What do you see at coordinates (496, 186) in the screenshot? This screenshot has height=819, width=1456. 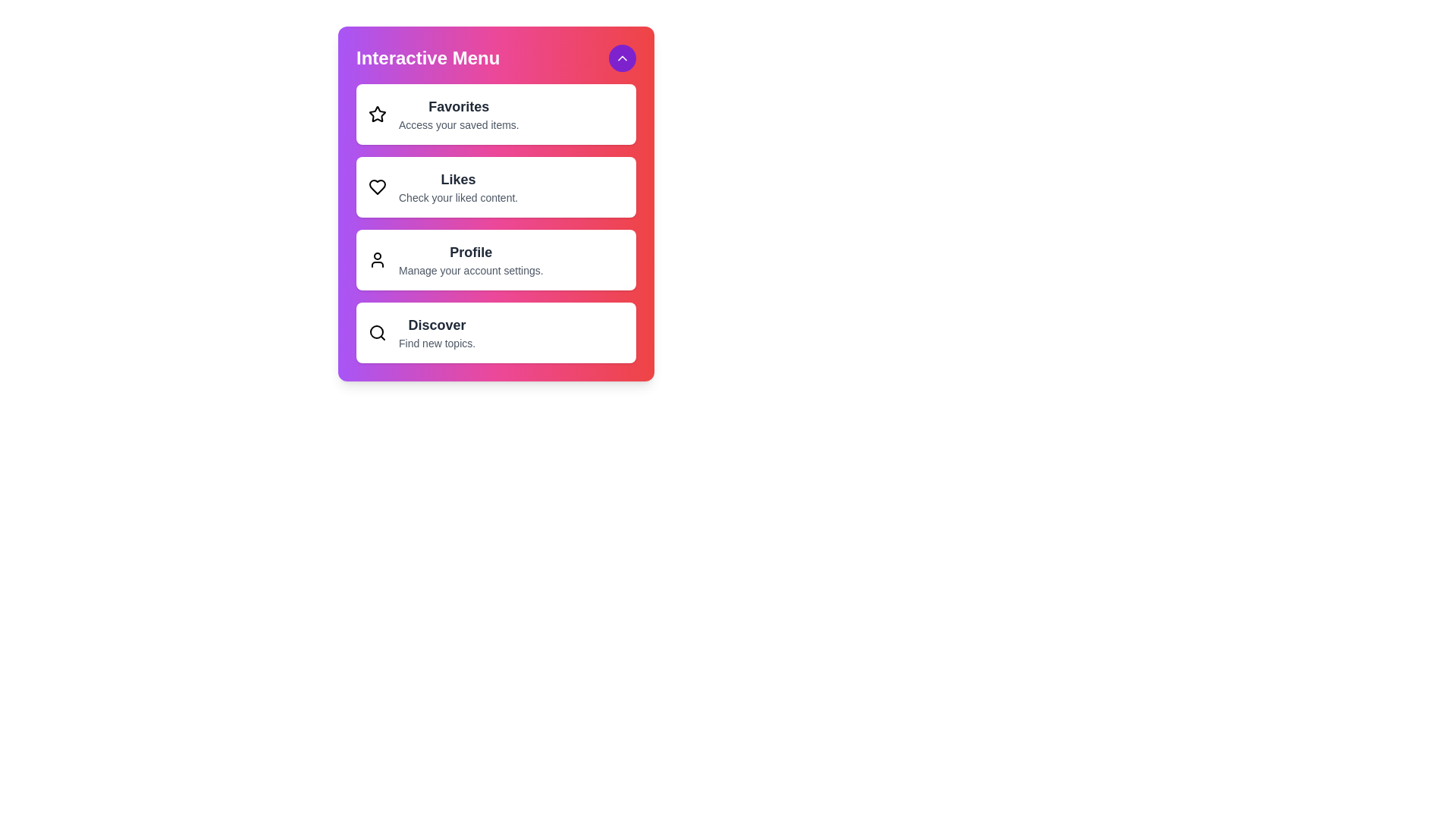 I see `the menu item Likes from the interactive menu` at bounding box center [496, 186].